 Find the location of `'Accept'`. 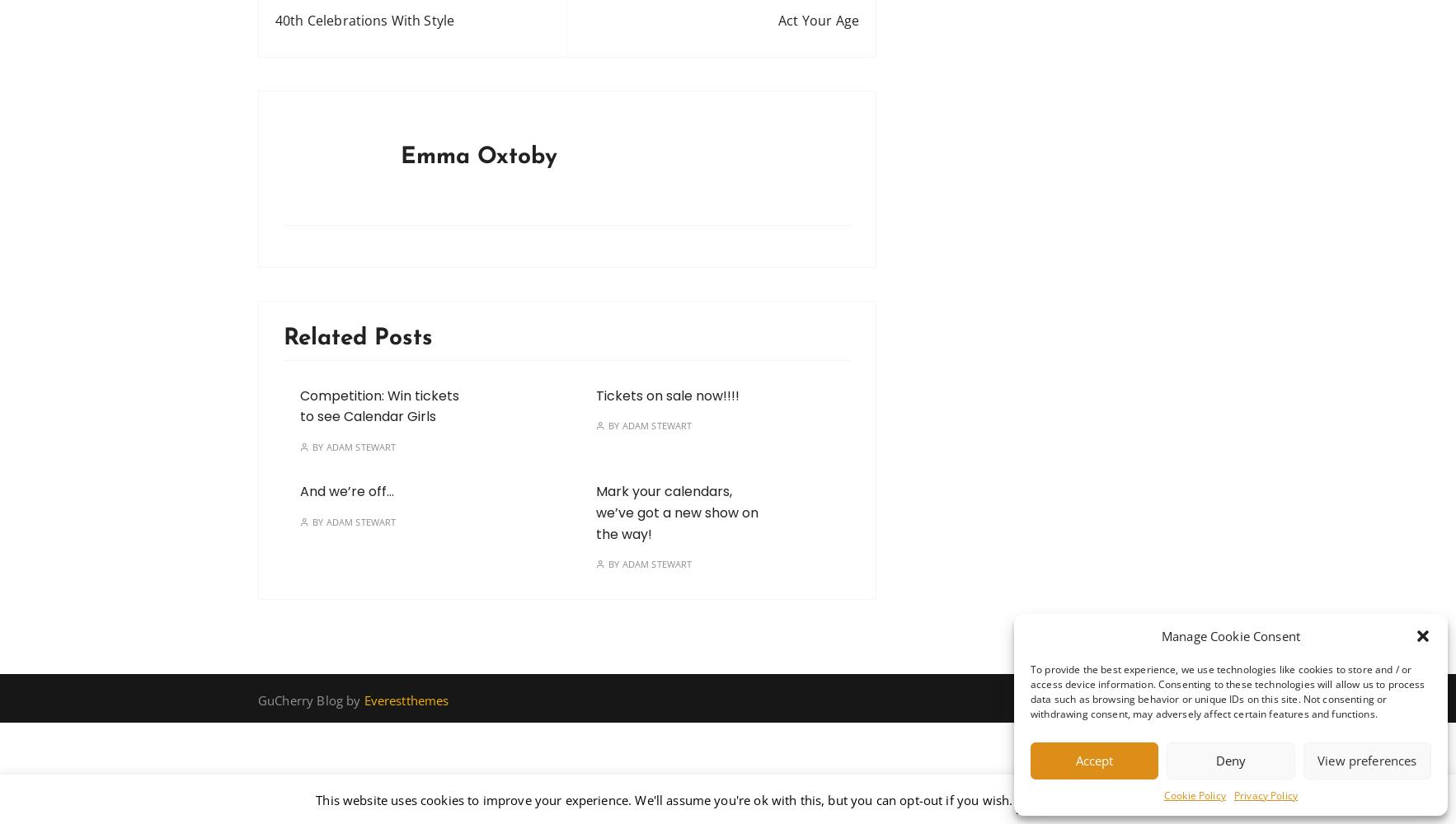

'Accept' is located at coordinates (1026, 800).